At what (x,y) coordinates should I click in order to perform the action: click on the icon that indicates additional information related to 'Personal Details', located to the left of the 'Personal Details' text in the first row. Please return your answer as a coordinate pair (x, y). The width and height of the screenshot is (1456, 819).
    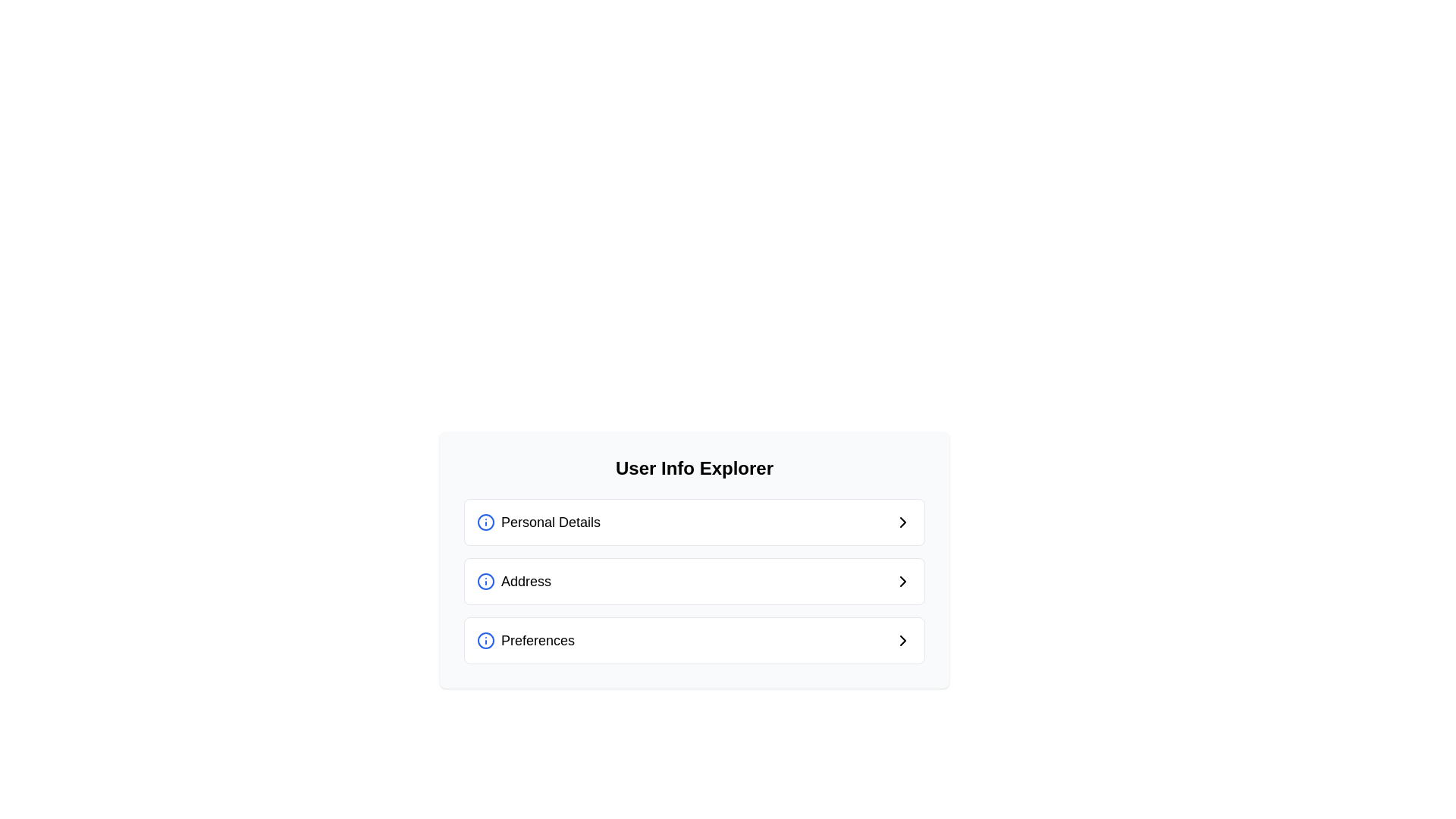
    Looking at the image, I should click on (486, 522).